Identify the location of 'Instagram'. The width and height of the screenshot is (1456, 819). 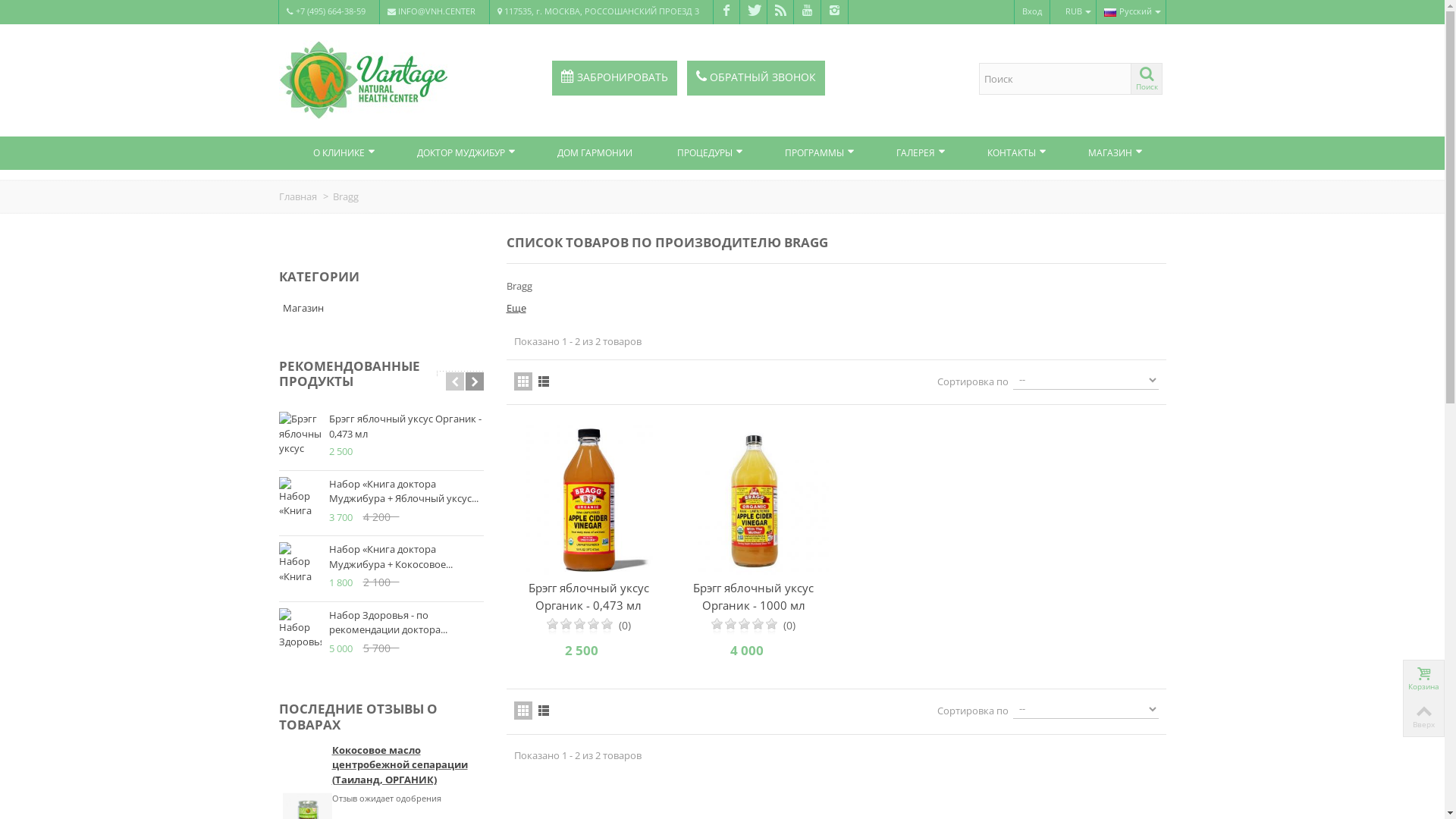
(819, 11).